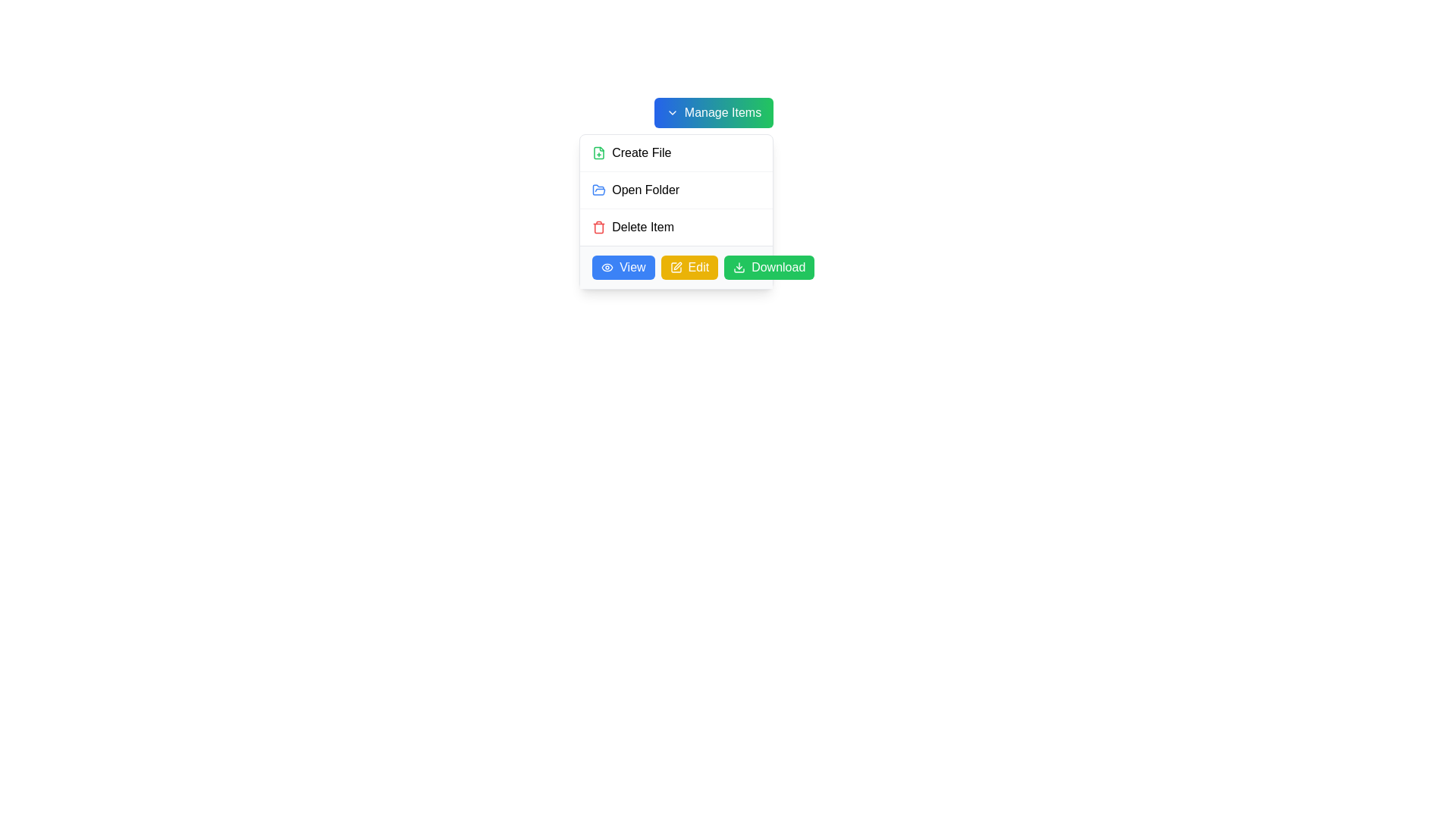 This screenshot has height=819, width=1456. I want to click on the graphical representation of the pen and square icon located within the 'Edit' button, which is the middle button in a horizontal row of three buttons under a card-like element, so click(675, 267).